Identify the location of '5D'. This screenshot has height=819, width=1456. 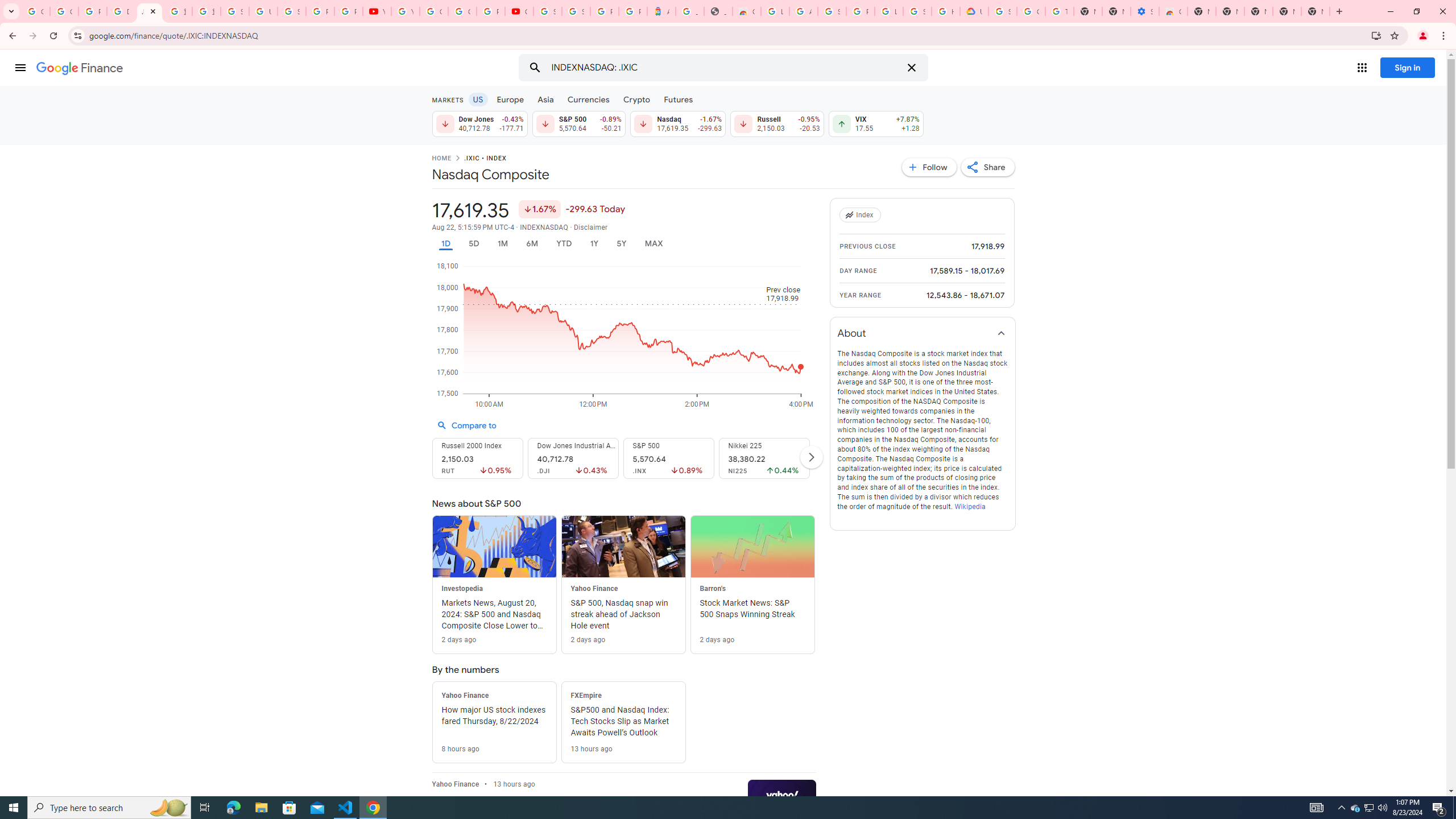
(473, 243).